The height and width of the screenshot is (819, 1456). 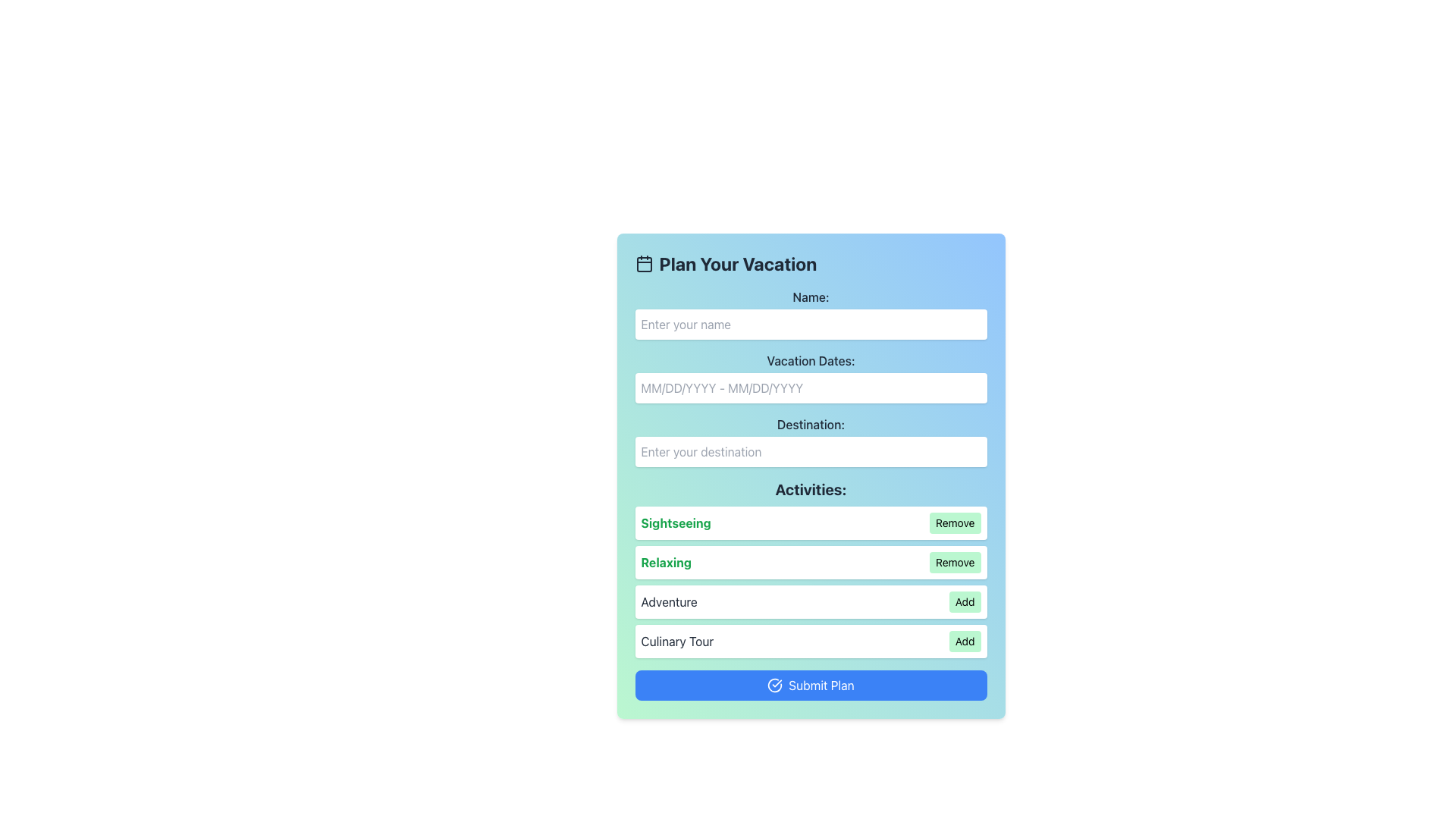 I want to click on the Label and Text Input Pair that prompts for the user's desired vacation destination, located between the 'Vacation Dates:' input field and the 'Activities:' section, so click(x=810, y=441).